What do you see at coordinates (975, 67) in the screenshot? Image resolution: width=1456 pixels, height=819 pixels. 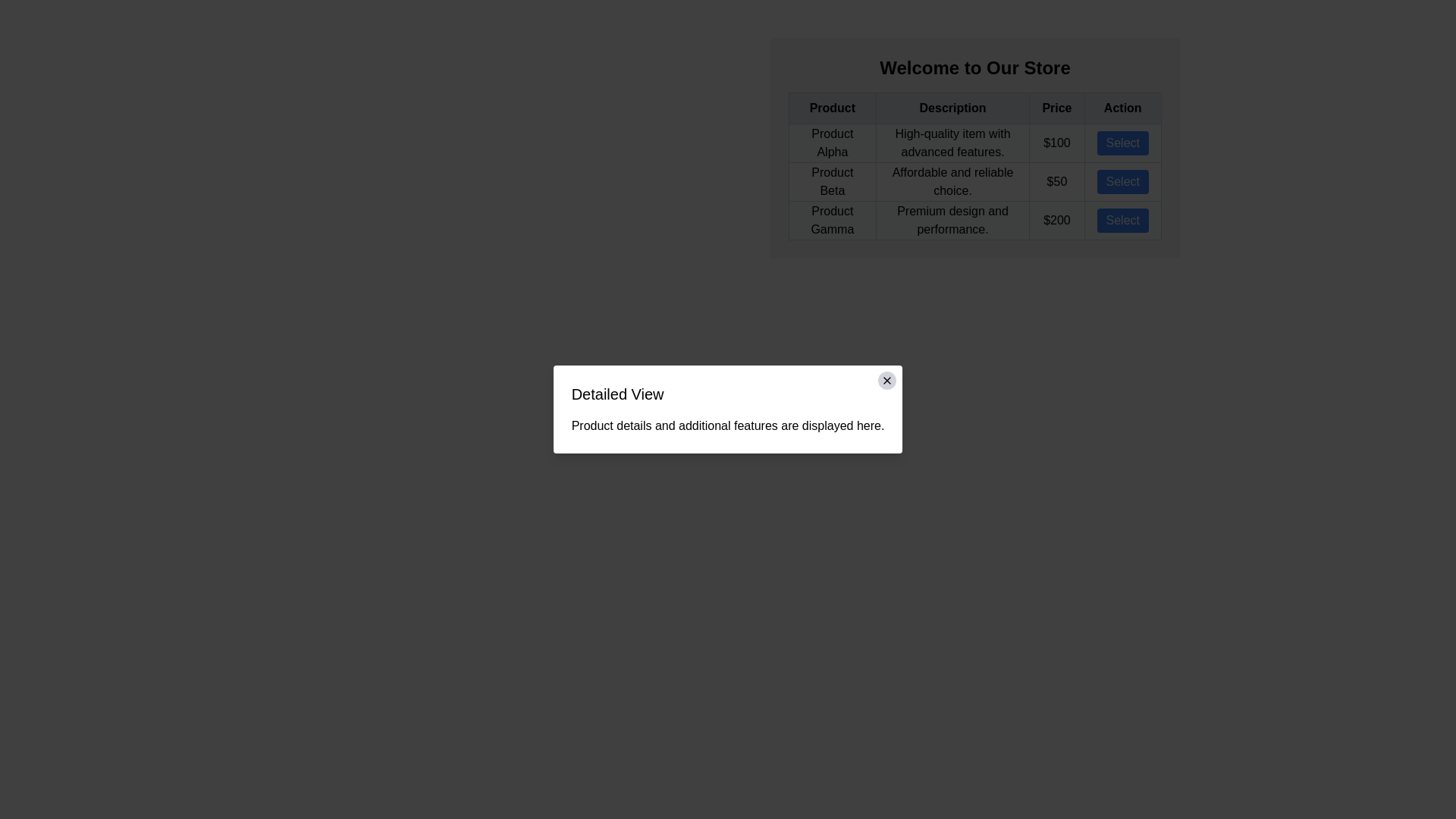 I see `the heading text 'Welcome to Our Store'` at bounding box center [975, 67].